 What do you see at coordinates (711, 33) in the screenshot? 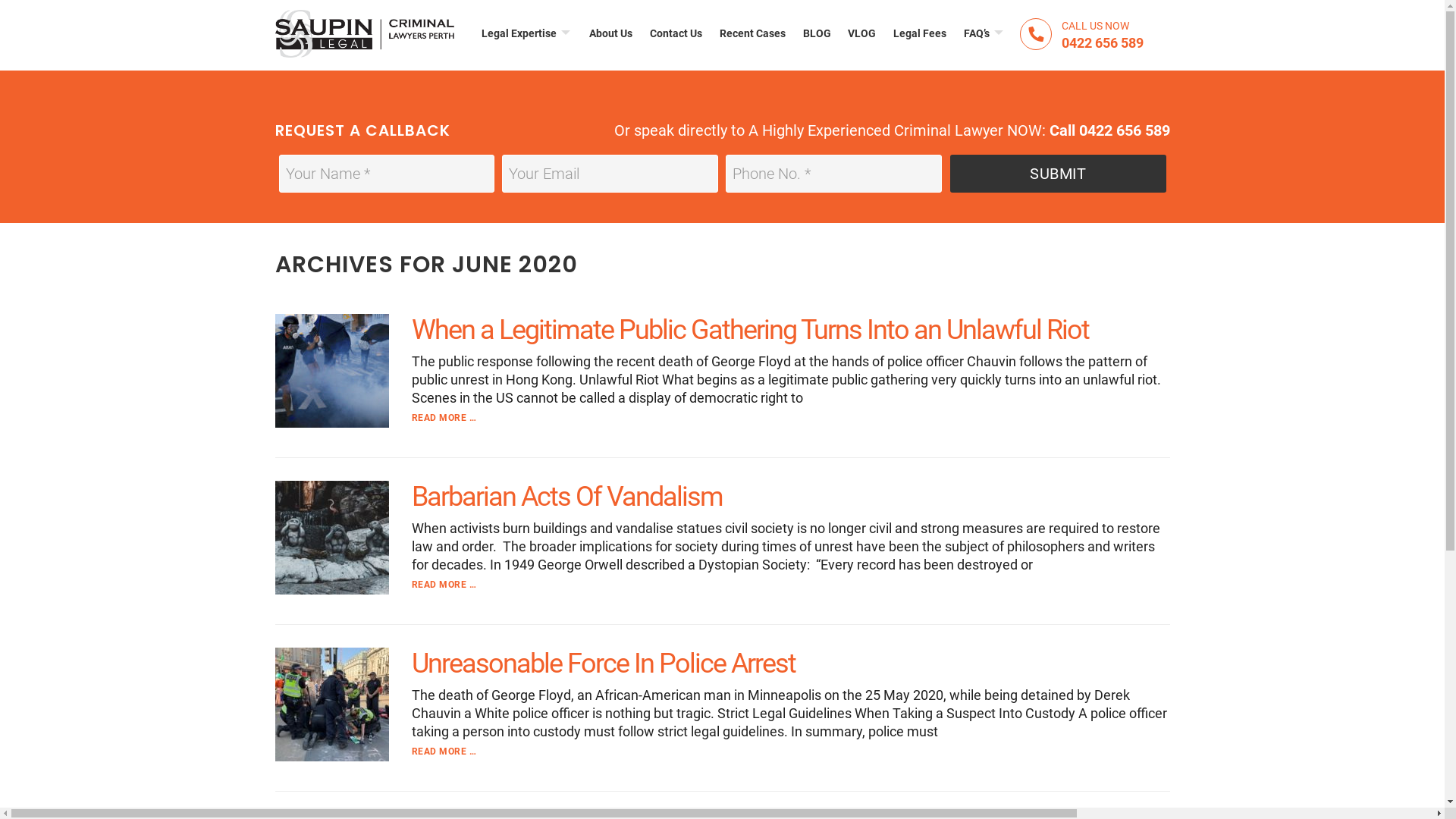
I see `'Recent Cases'` at bounding box center [711, 33].